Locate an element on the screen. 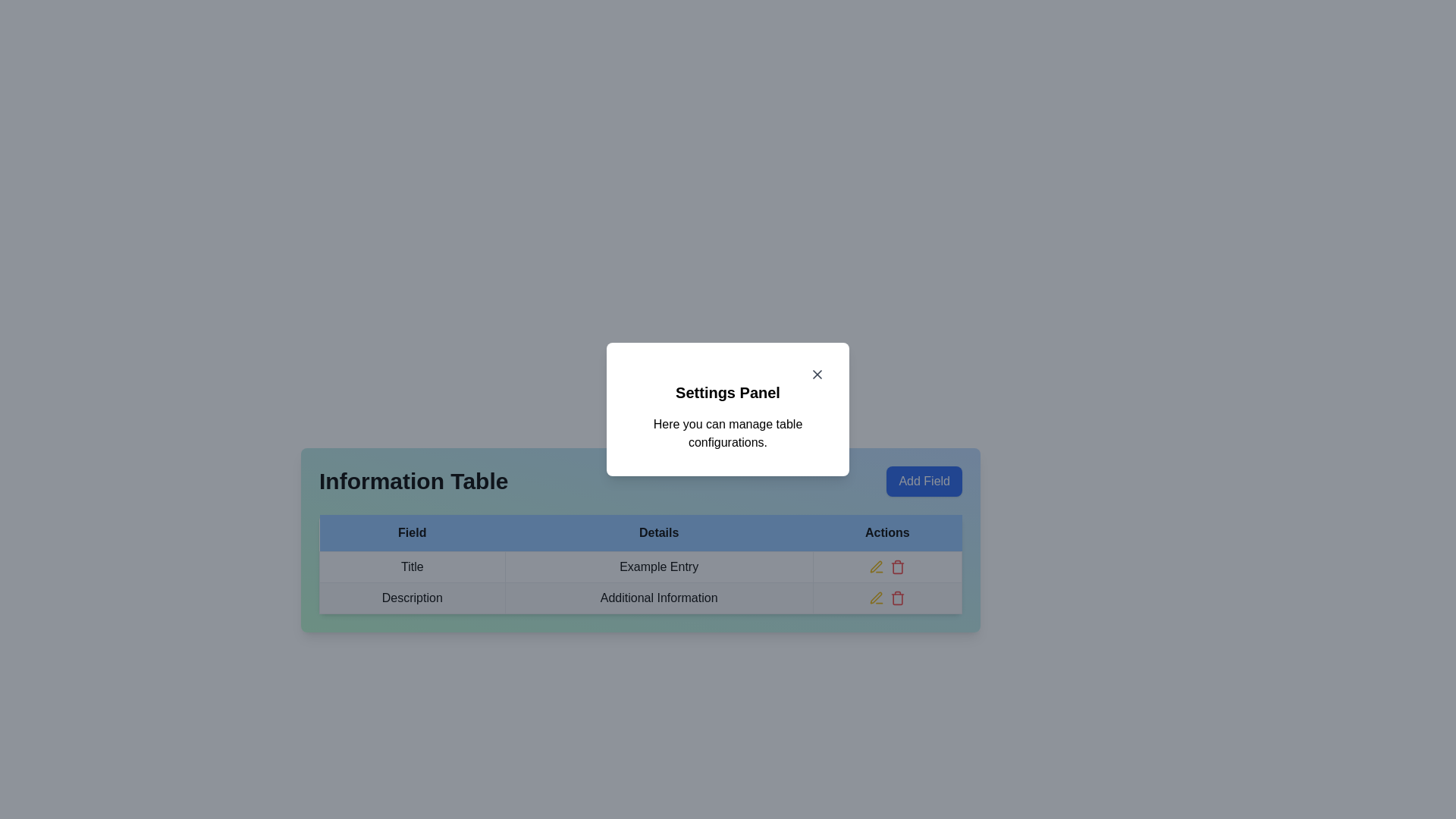 The image size is (1456, 819). the 'Details' column header, which is the second column header in the table under the 'Information Table' heading, to sort data is located at coordinates (640, 539).